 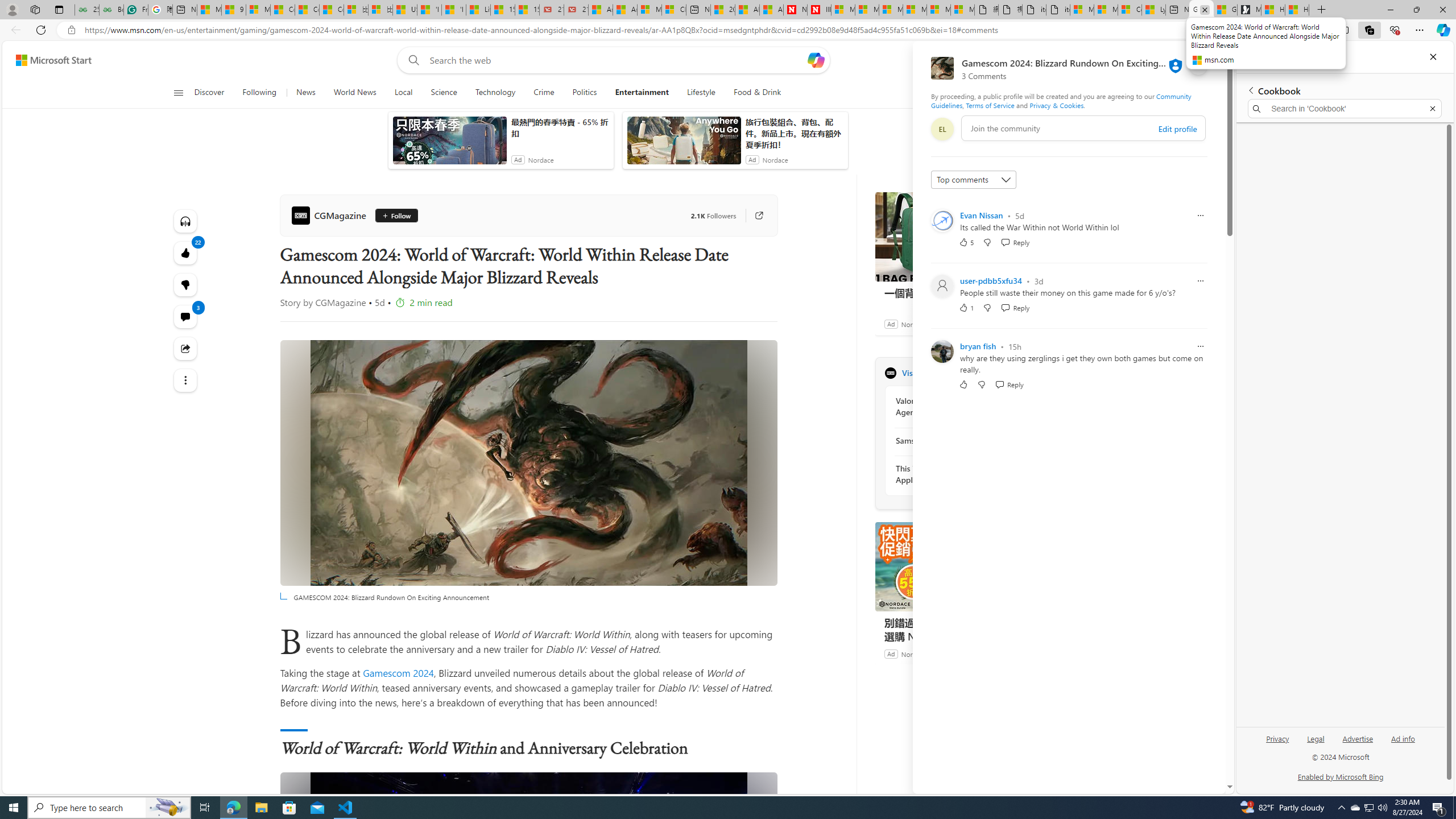 What do you see at coordinates (1057, 9) in the screenshot?
I see `'itconcepthk.com/projector_solutions.mp4'` at bounding box center [1057, 9].